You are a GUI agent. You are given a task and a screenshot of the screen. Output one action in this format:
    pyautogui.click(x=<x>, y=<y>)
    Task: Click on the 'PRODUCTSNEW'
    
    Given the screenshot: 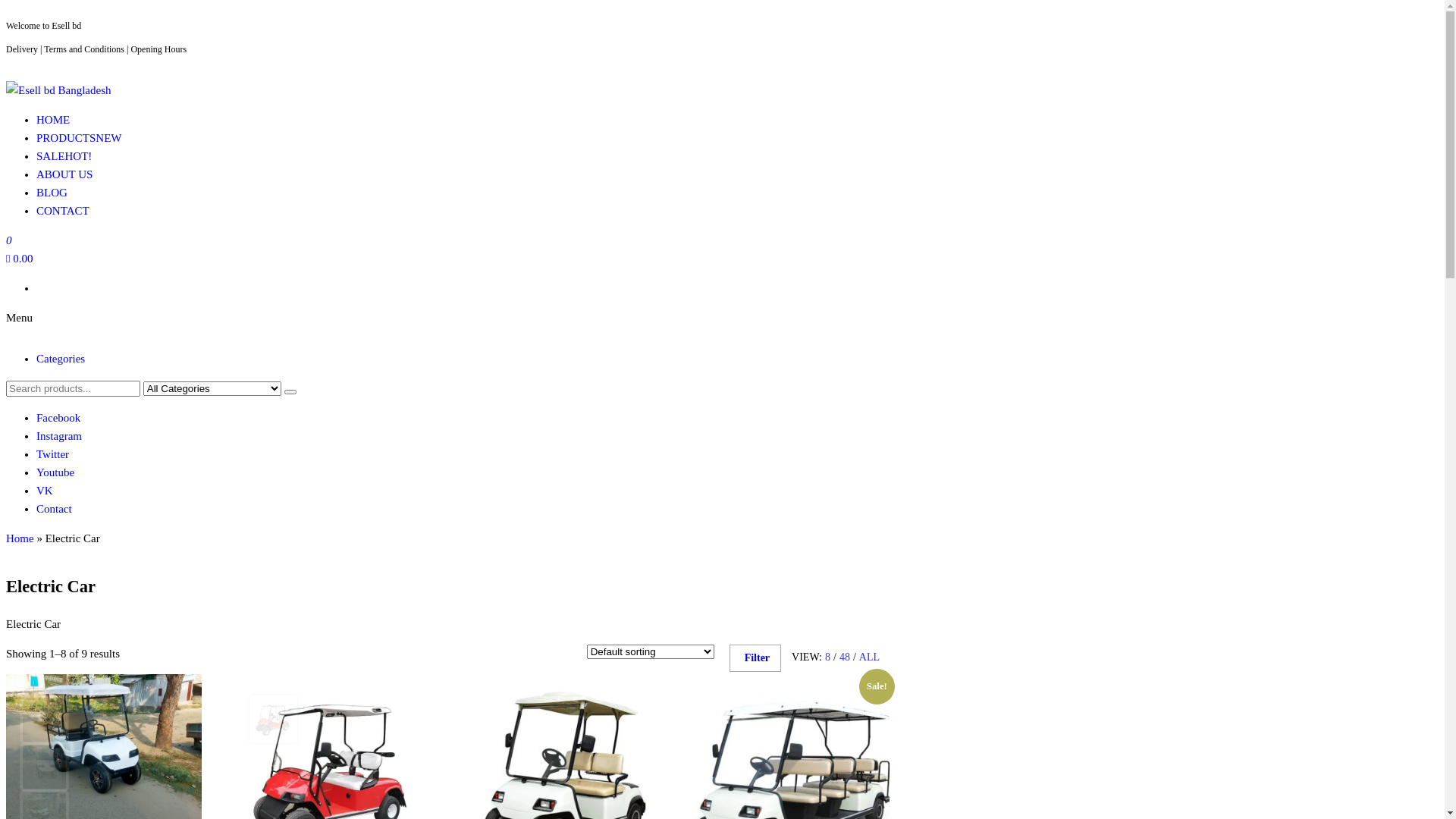 What is the action you would take?
    pyautogui.click(x=36, y=137)
    